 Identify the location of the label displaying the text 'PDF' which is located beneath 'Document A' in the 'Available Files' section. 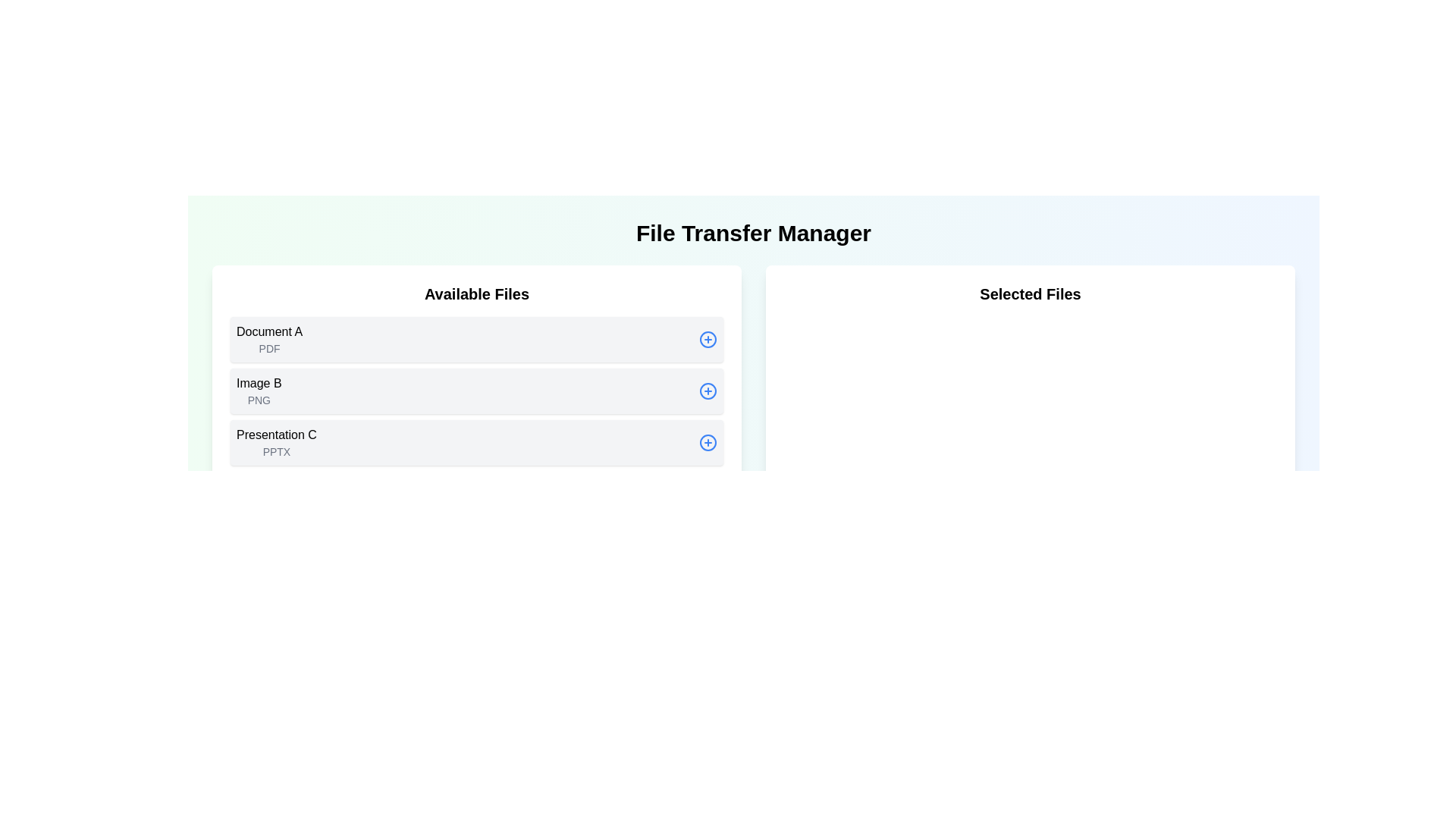
(269, 348).